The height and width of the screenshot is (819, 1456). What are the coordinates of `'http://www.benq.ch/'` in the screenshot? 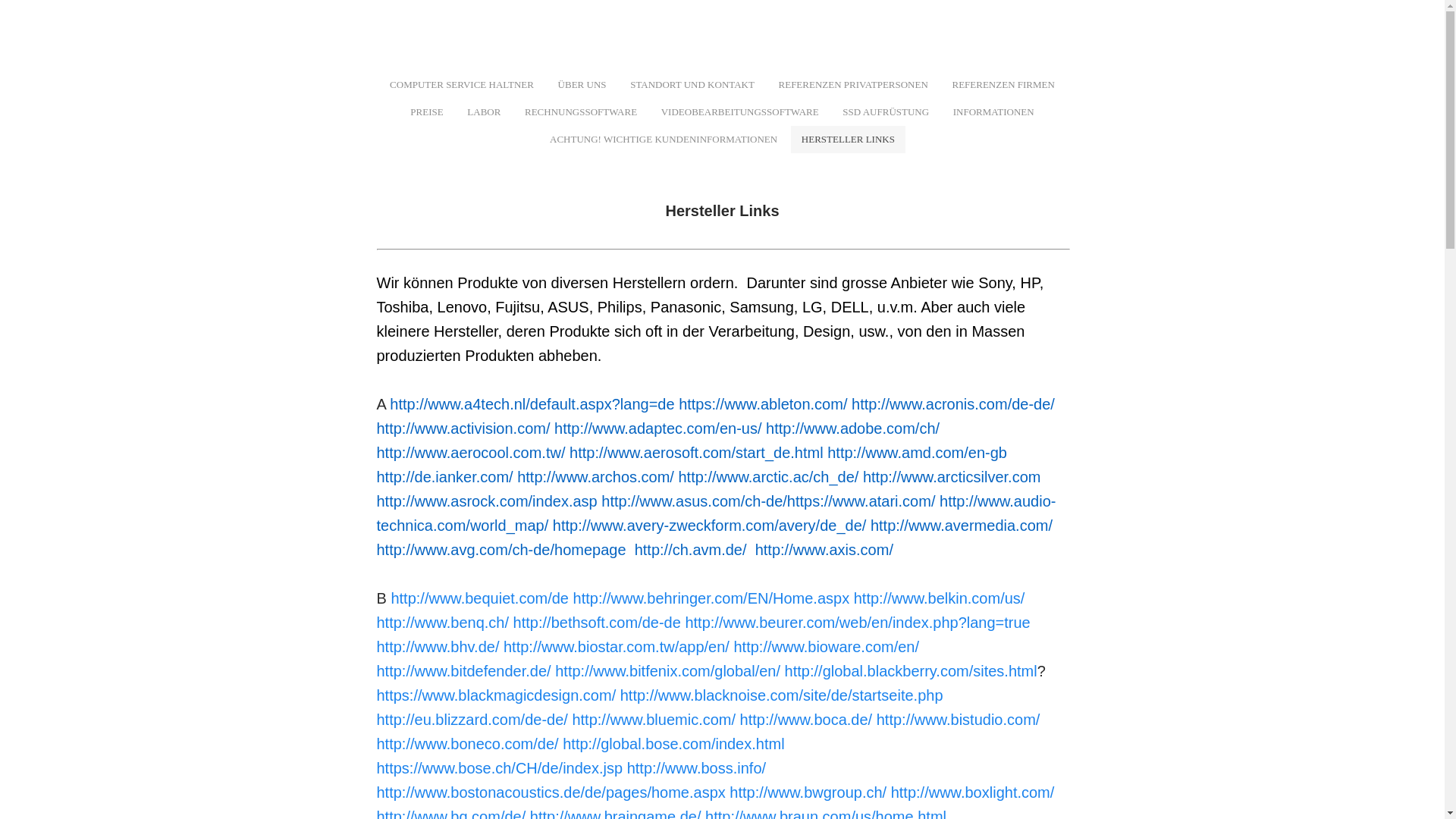 It's located at (441, 623).